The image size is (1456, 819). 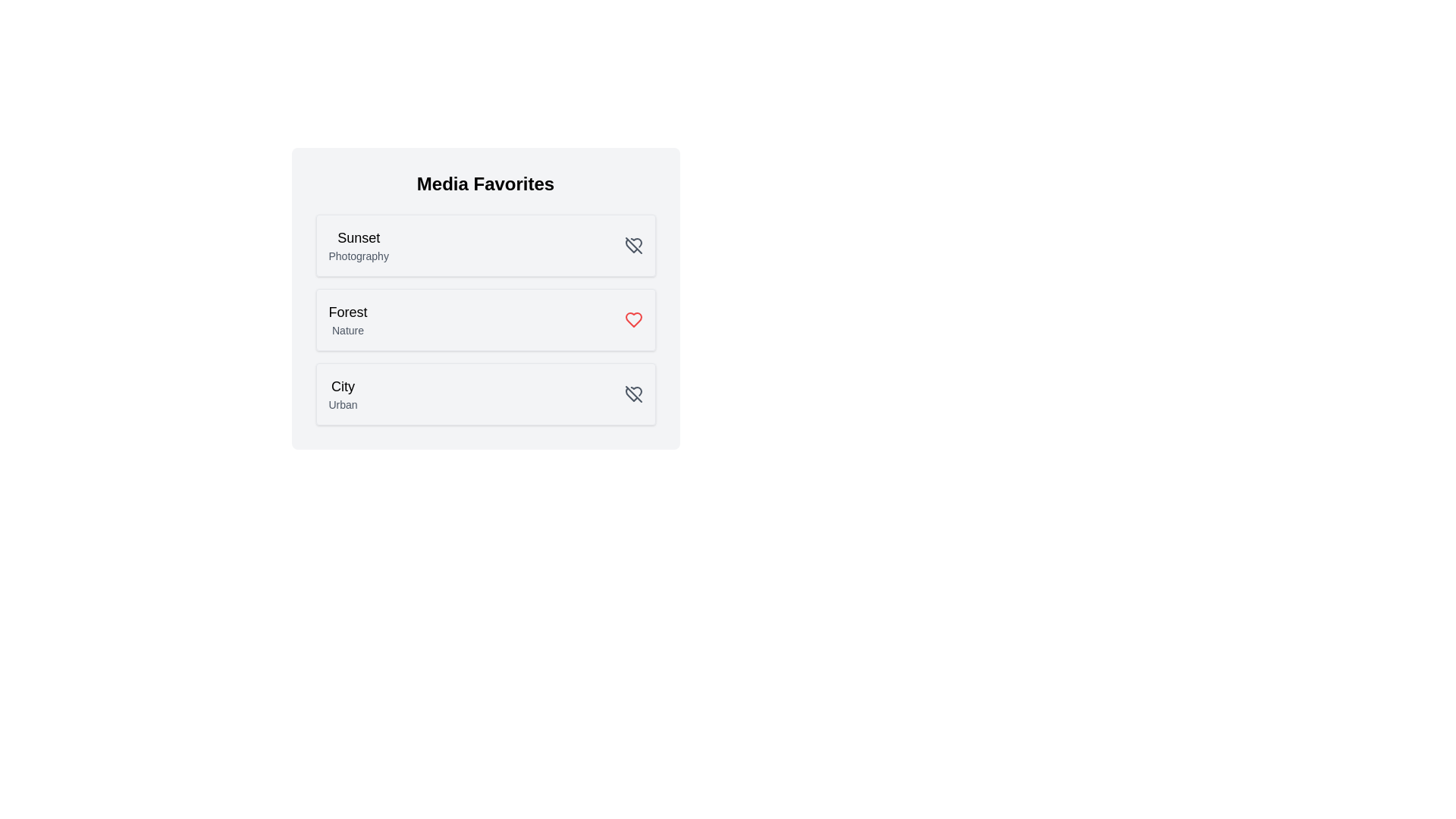 I want to click on the media item card corresponding to City, so click(x=485, y=394).